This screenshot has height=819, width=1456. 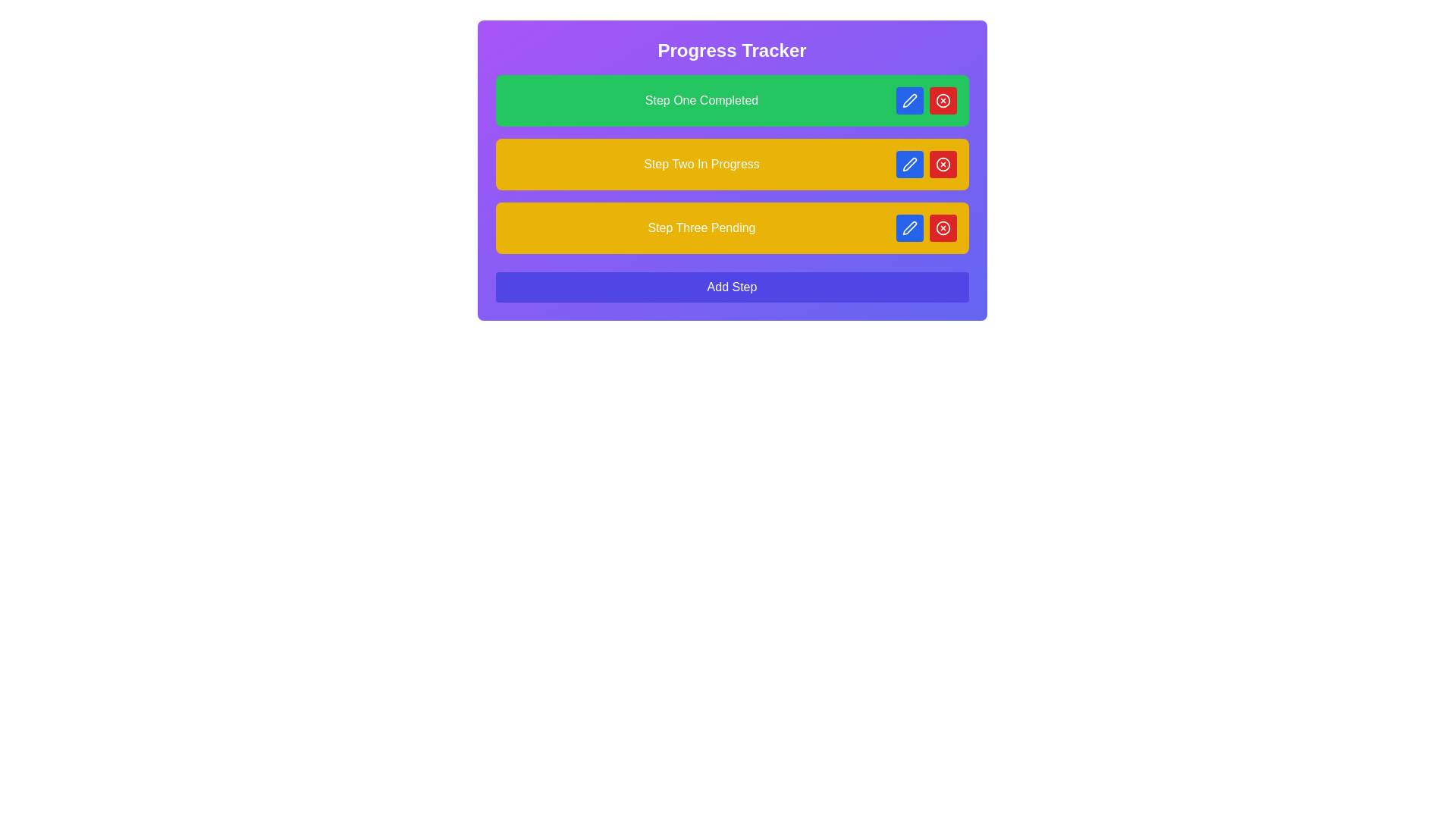 What do you see at coordinates (942, 100) in the screenshot?
I see `the delete icon button located at the right-most position of the 'Step One Completed' indicator in the progress tracker layout` at bounding box center [942, 100].